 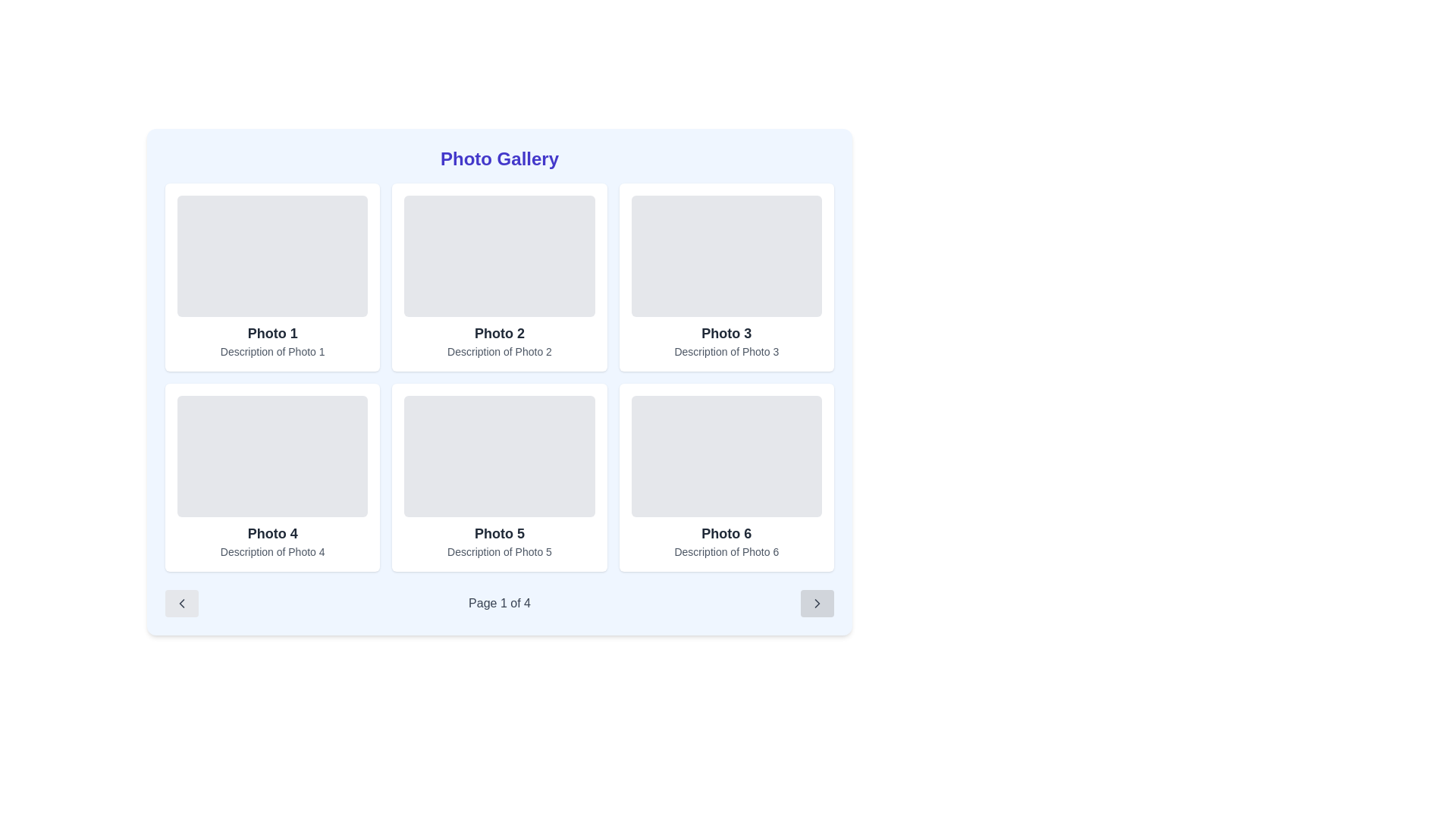 What do you see at coordinates (272, 278) in the screenshot?
I see `the first Card component in the photo gallery` at bounding box center [272, 278].